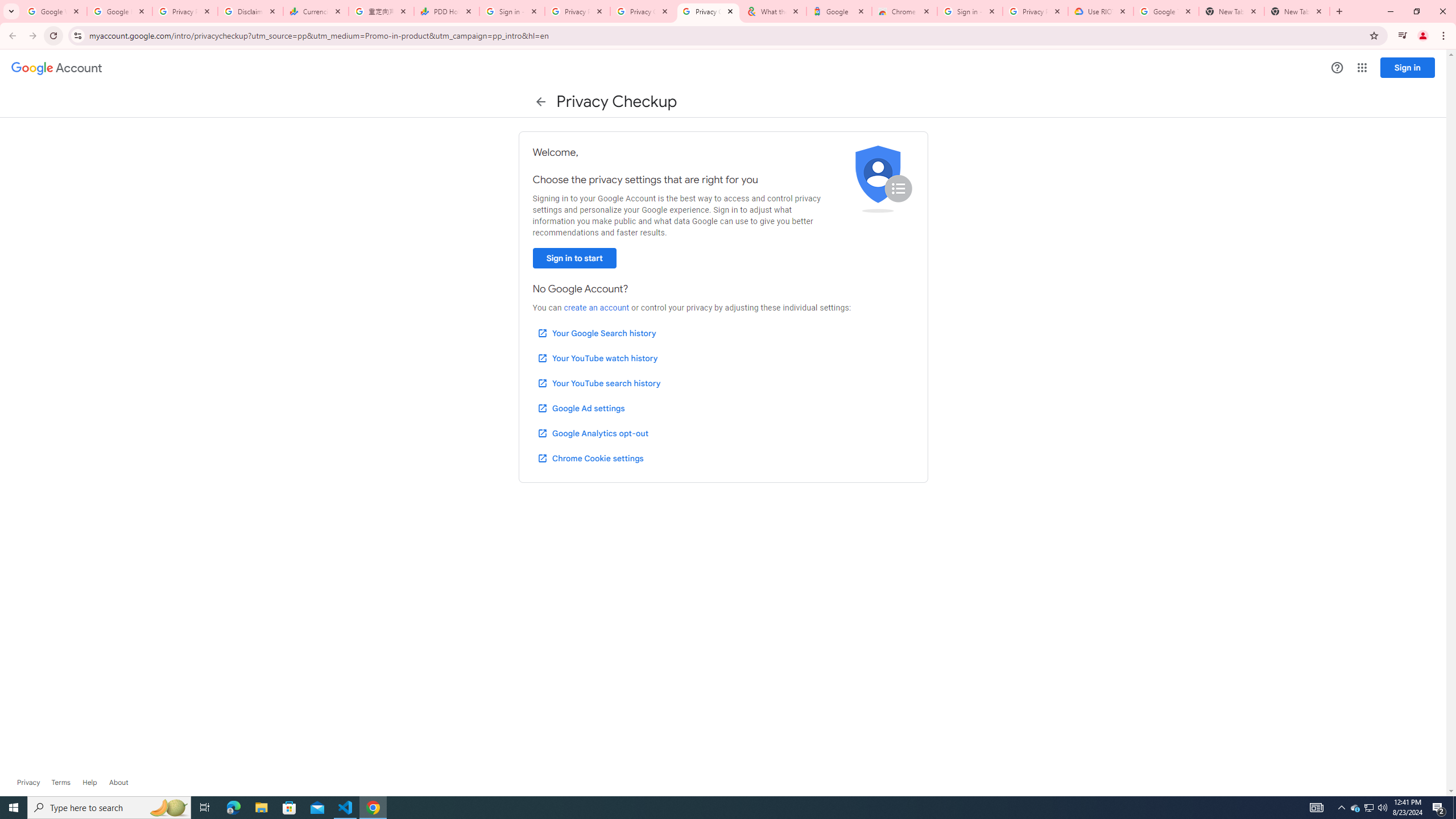  Describe the element at coordinates (591, 433) in the screenshot. I see `'Google Analytics opt-out'` at that location.